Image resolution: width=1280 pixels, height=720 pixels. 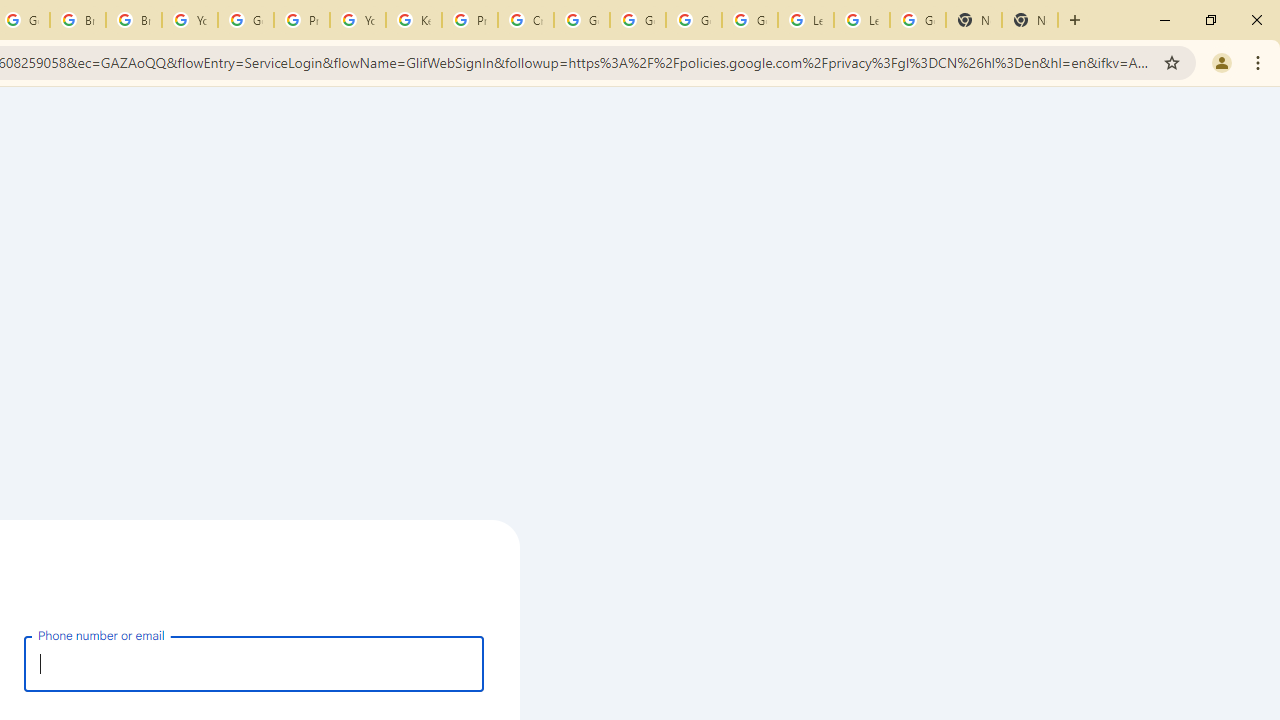 What do you see at coordinates (78, 20) in the screenshot?
I see `'Brand Resource Center'` at bounding box center [78, 20].